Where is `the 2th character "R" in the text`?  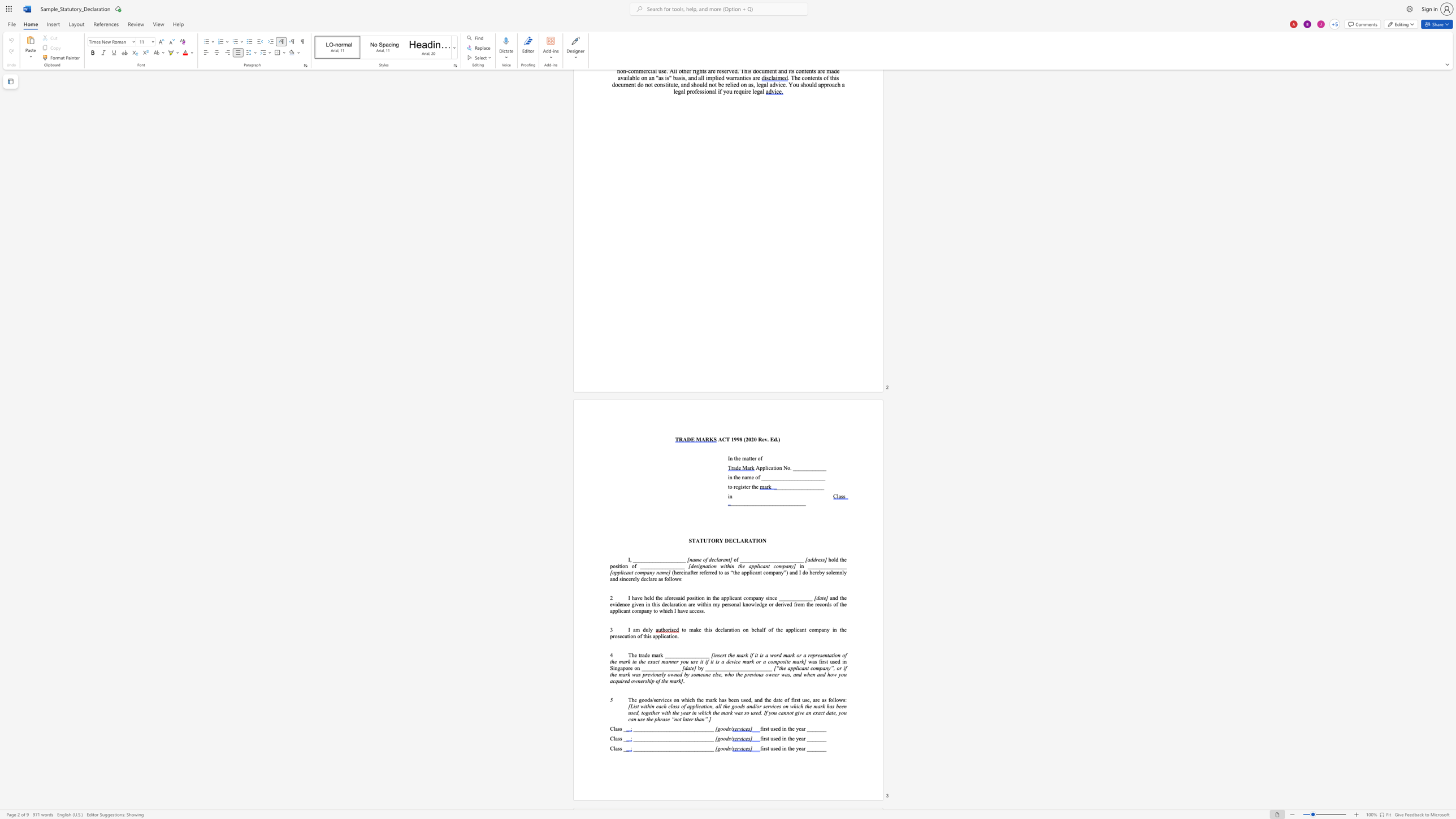
the 2th character "R" in the text is located at coordinates (746, 540).